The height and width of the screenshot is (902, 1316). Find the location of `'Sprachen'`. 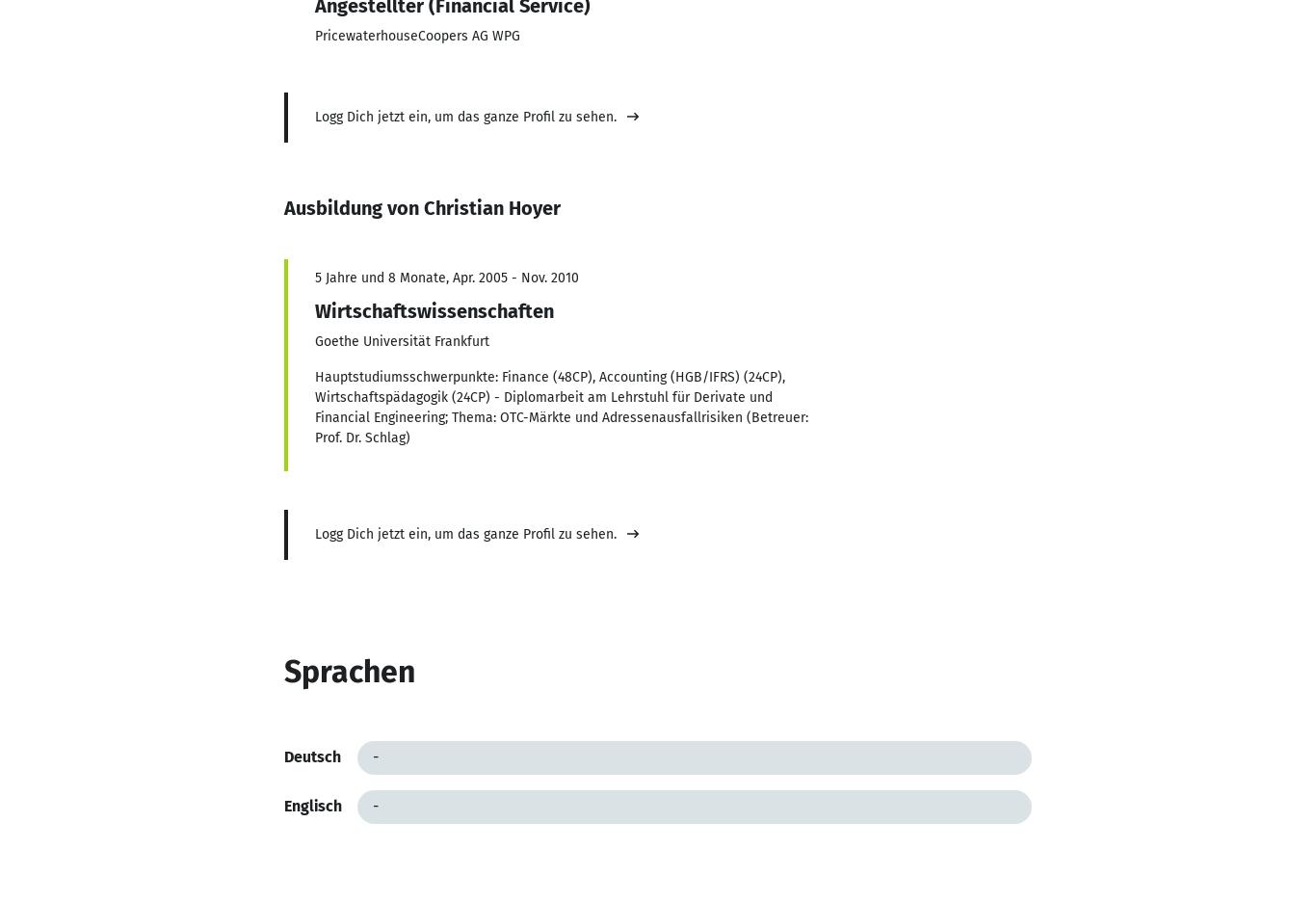

'Sprachen' is located at coordinates (347, 671).